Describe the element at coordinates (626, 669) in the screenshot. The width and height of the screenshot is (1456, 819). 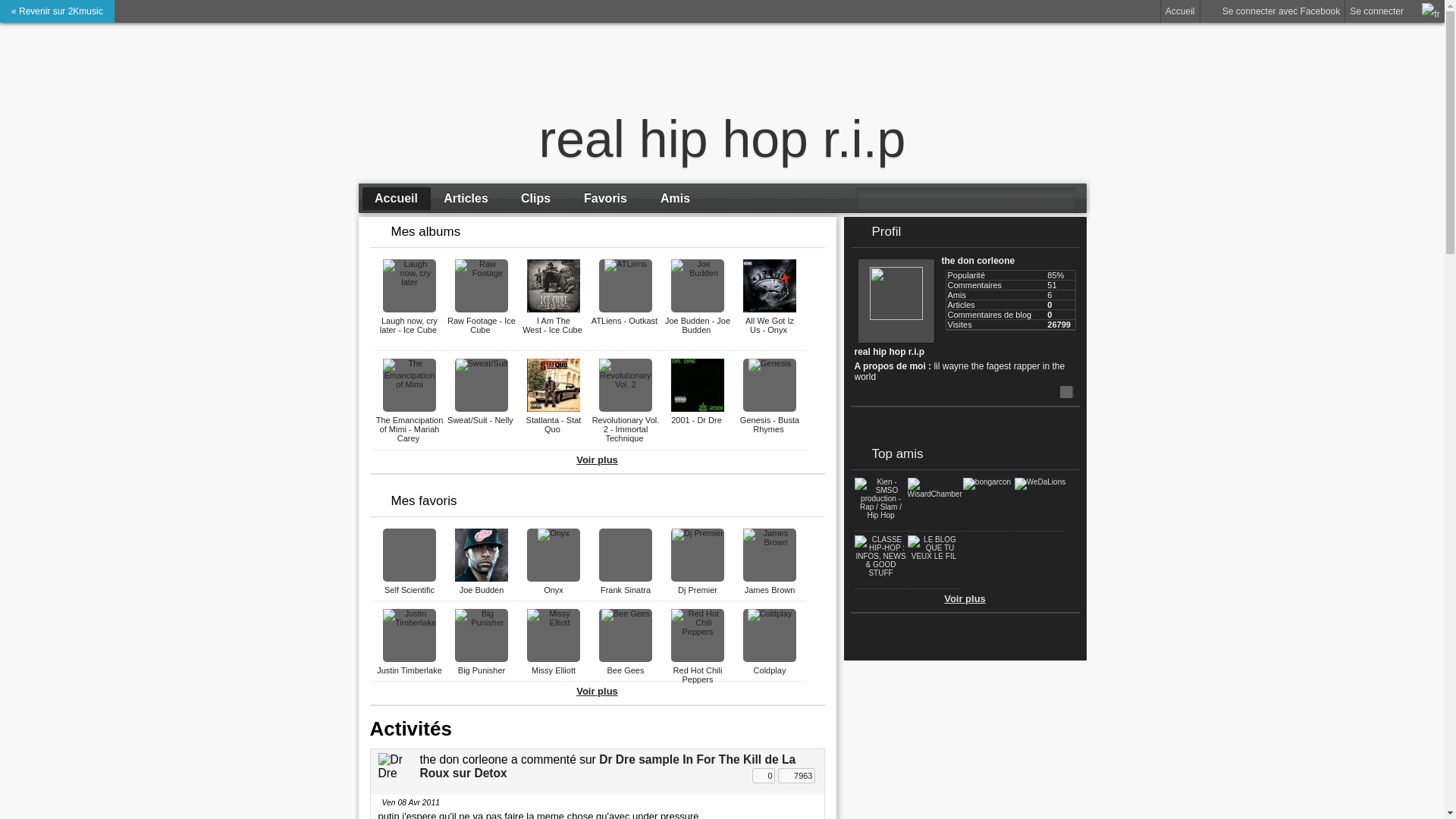
I see `'Bee Gees'` at that location.